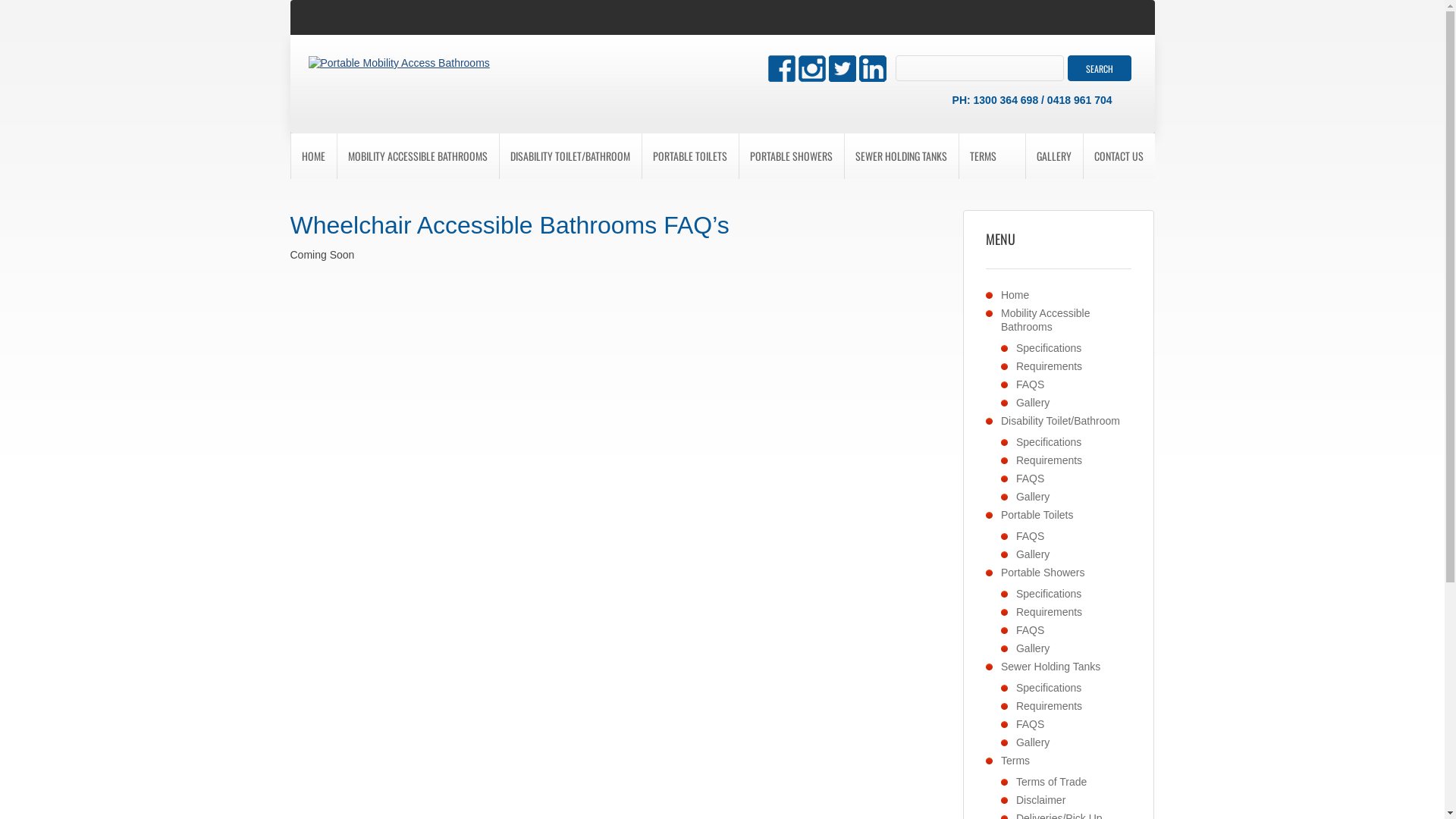 This screenshot has width=1456, height=819. What do you see at coordinates (1025, 155) in the screenshot?
I see `'GALLERY'` at bounding box center [1025, 155].